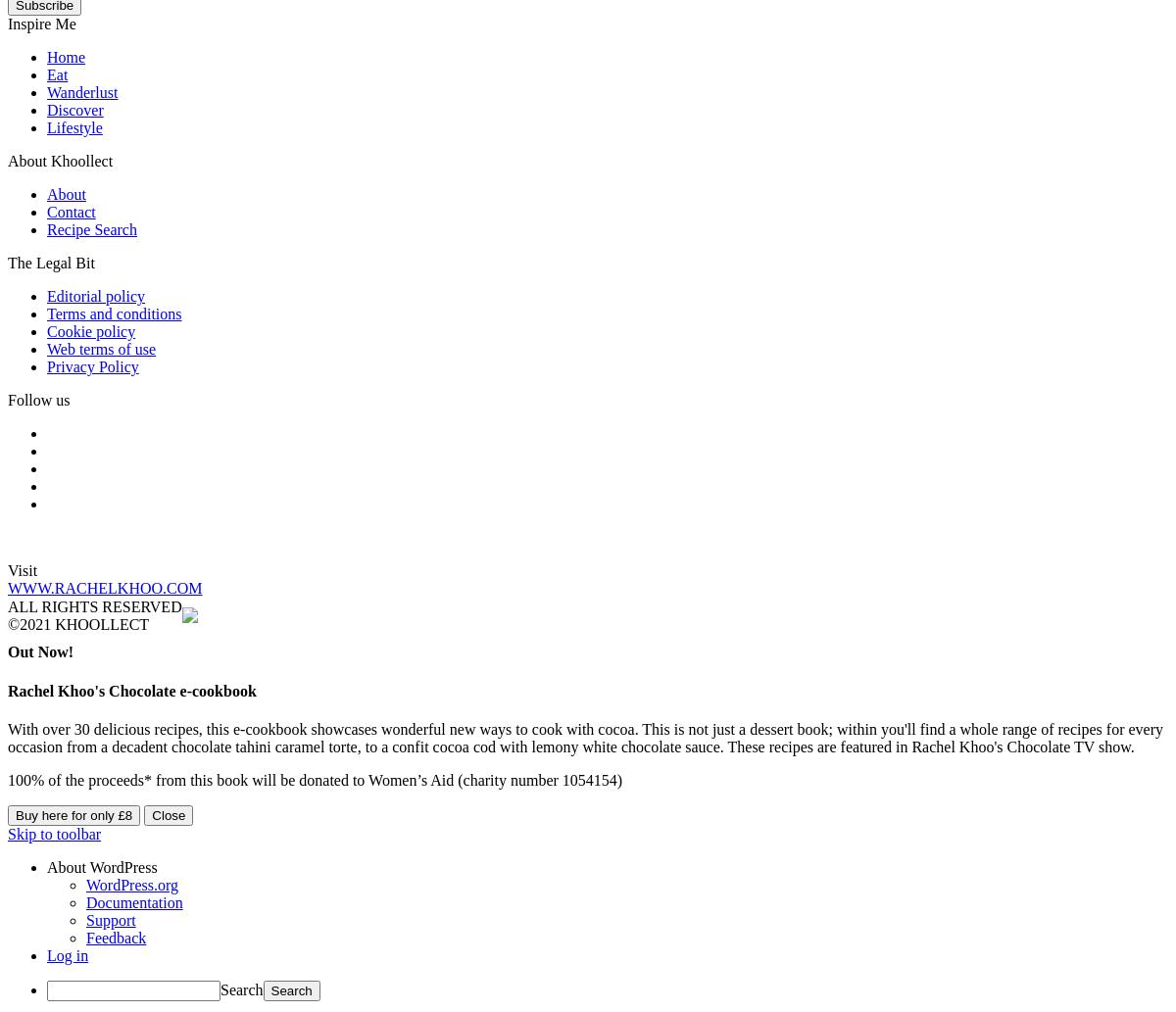 The height and width of the screenshot is (1012, 1176). I want to click on 'The Legal Bit', so click(50, 262).